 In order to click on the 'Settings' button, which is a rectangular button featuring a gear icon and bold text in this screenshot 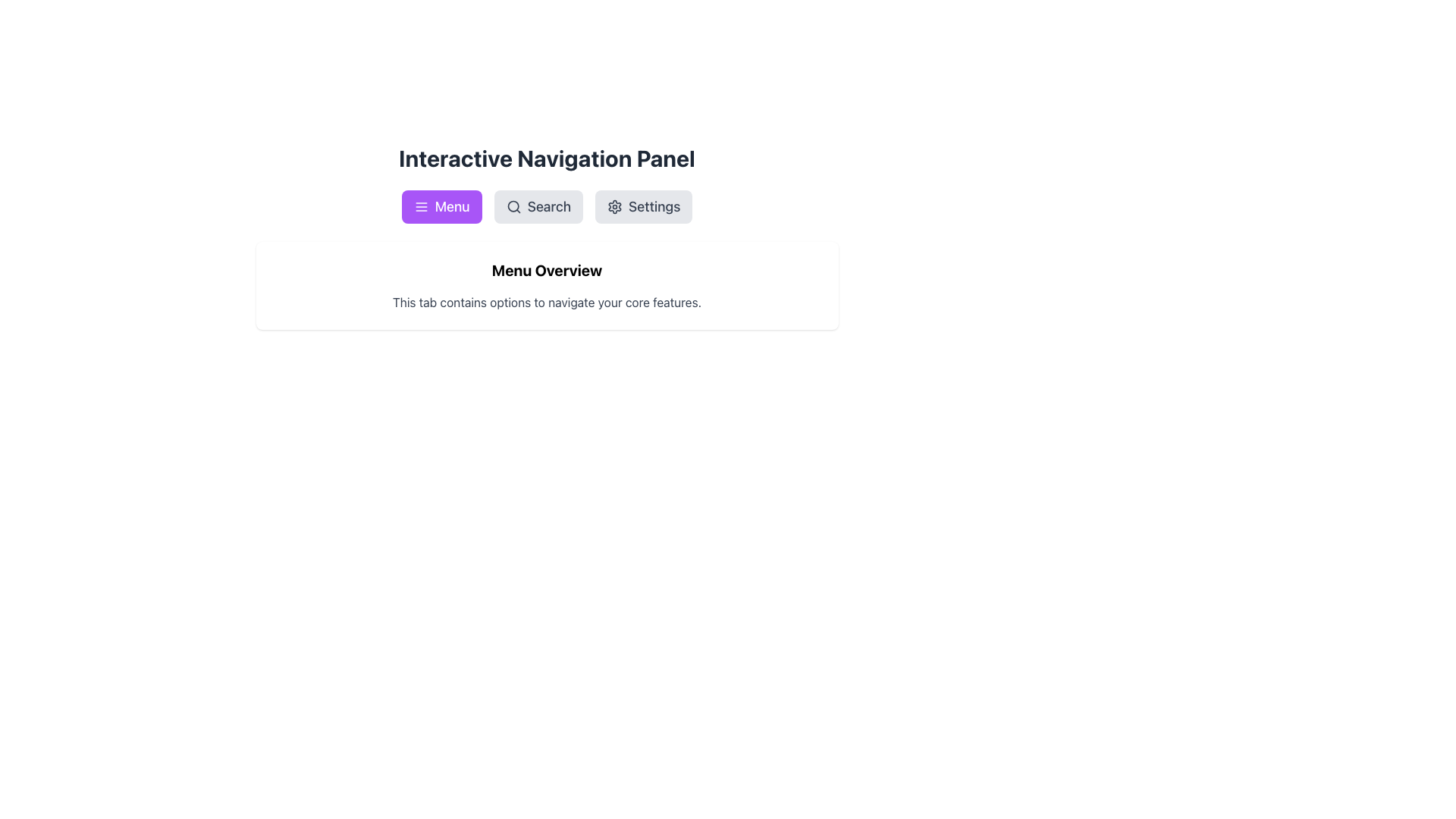, I will do `click(644, 207)`.